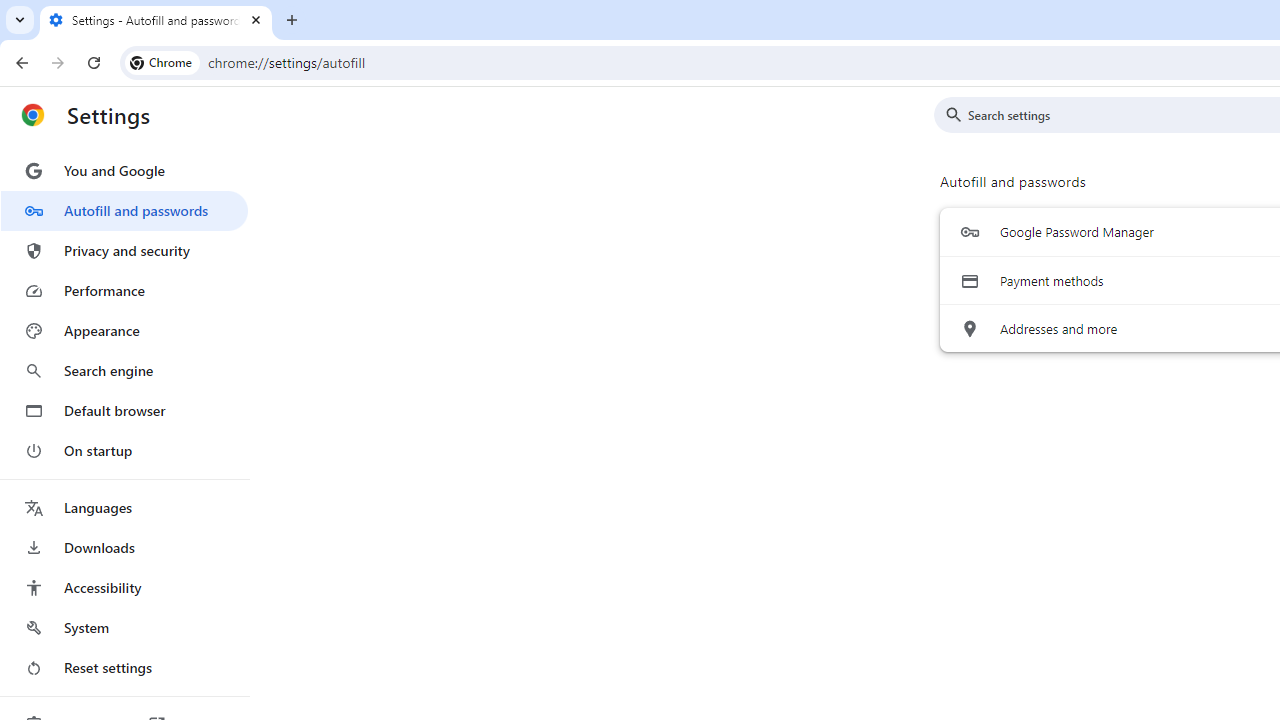 Image resolution: width=1280 pixels, height=720 pixels. I want to click on 'Privacy and security', so click(123, 249).